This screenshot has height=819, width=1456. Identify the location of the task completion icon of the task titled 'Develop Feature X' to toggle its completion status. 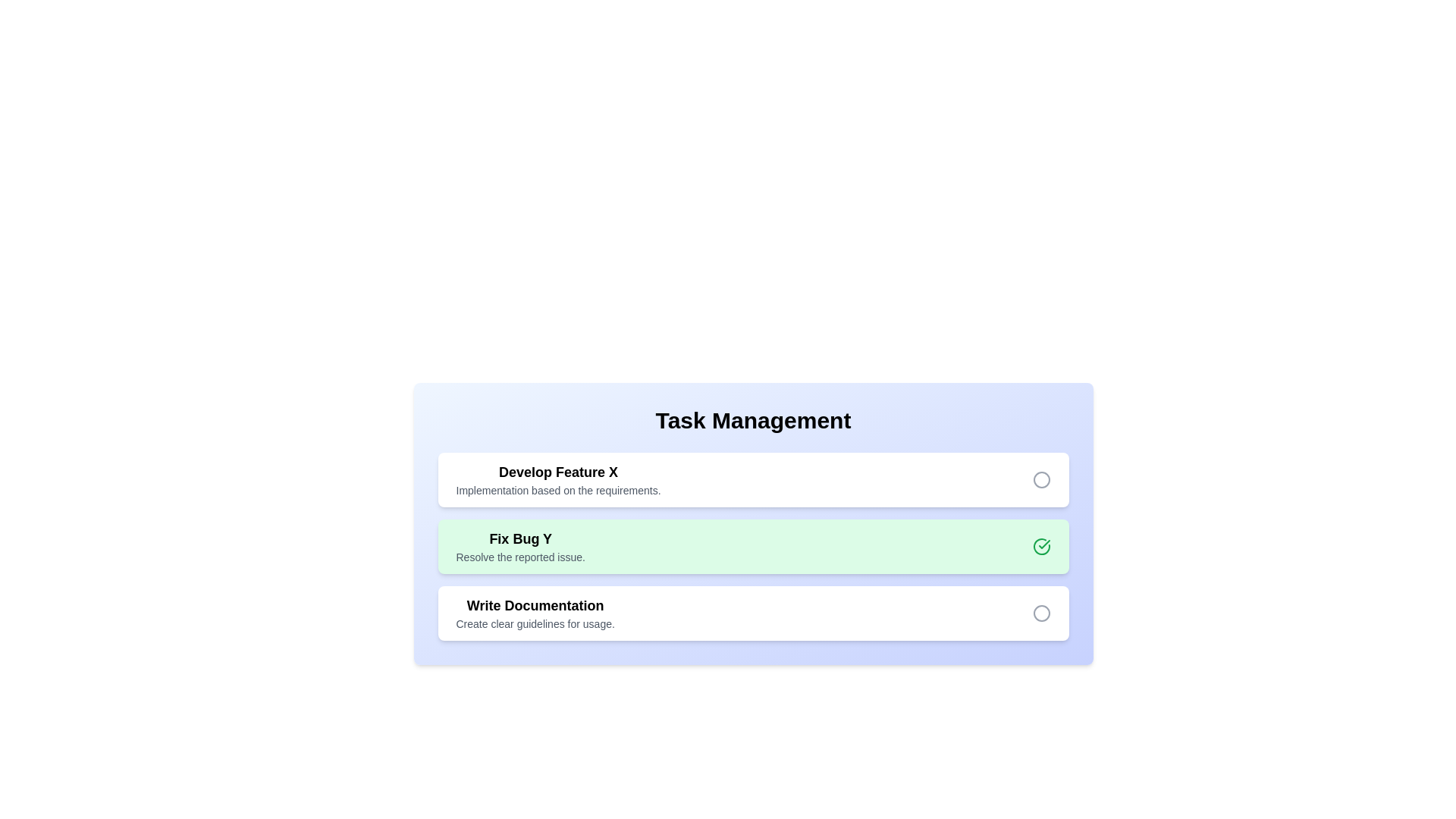
(1040, 479).